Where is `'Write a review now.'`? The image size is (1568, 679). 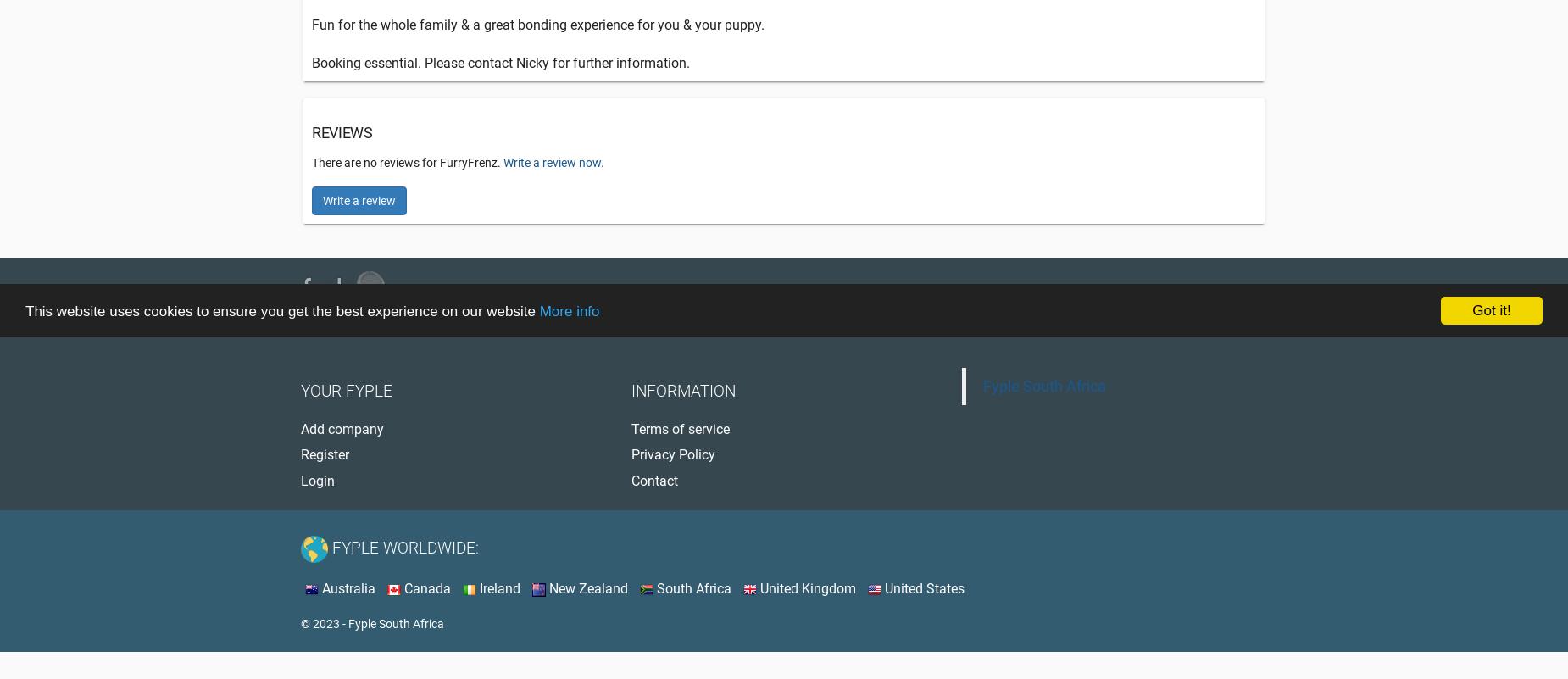
'Write a review now.' is located at coordinates (553, 161).